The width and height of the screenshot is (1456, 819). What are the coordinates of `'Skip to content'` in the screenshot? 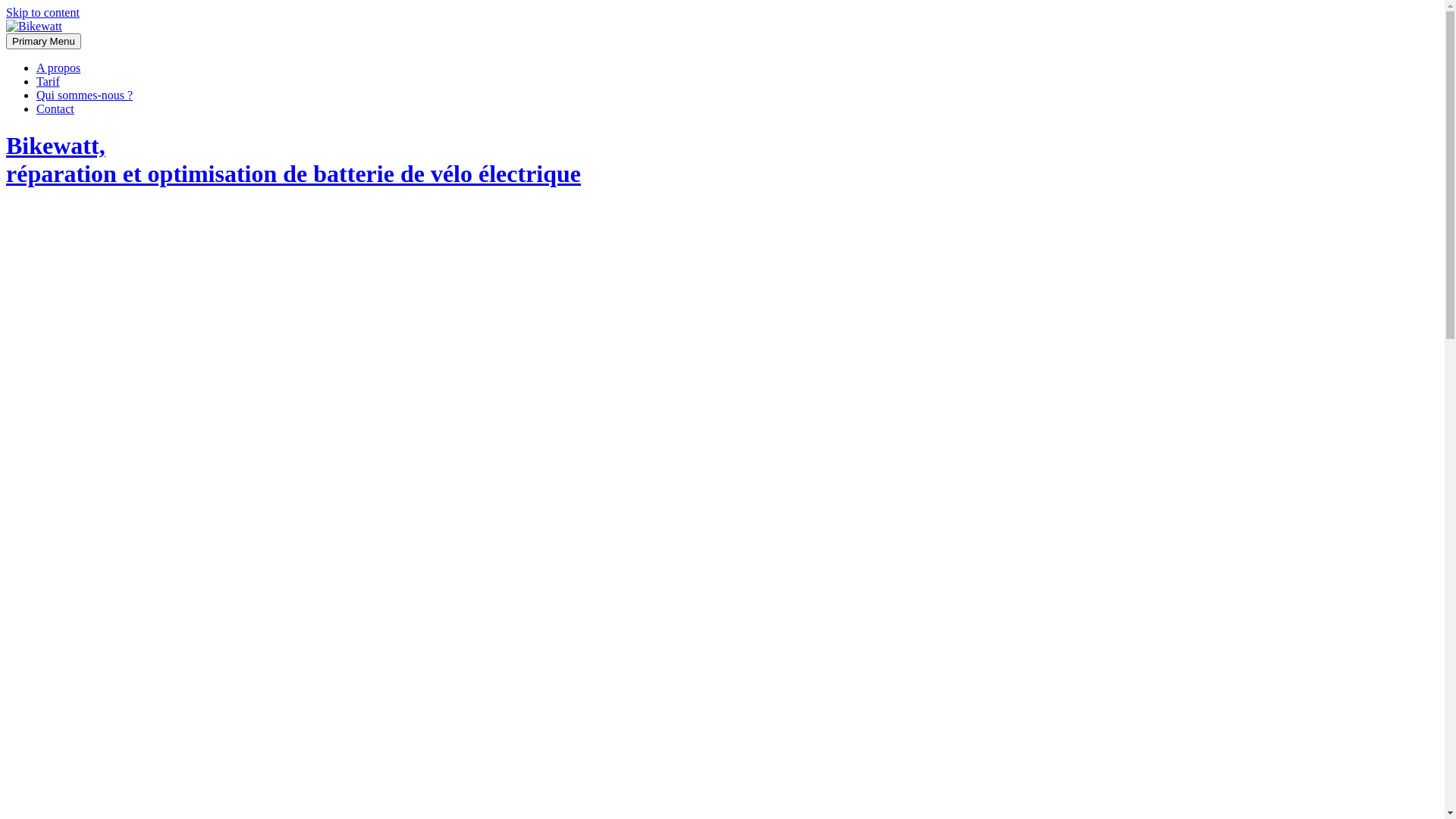 It's located at (6, 12).